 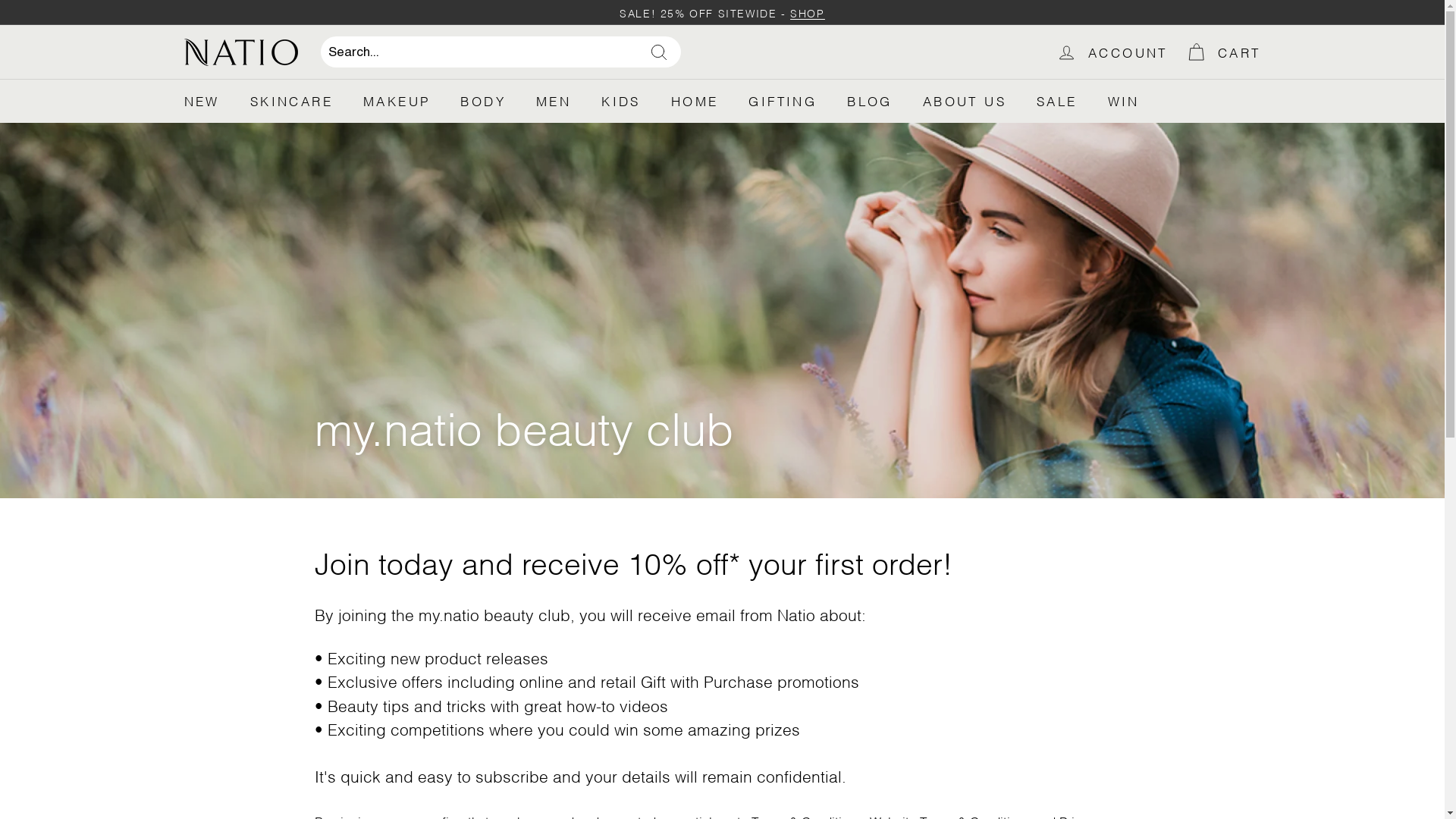 What do you see at coordinates (802, 12) in the screenshot?
I see `'SHOP'` at bounding box center [802, 12].